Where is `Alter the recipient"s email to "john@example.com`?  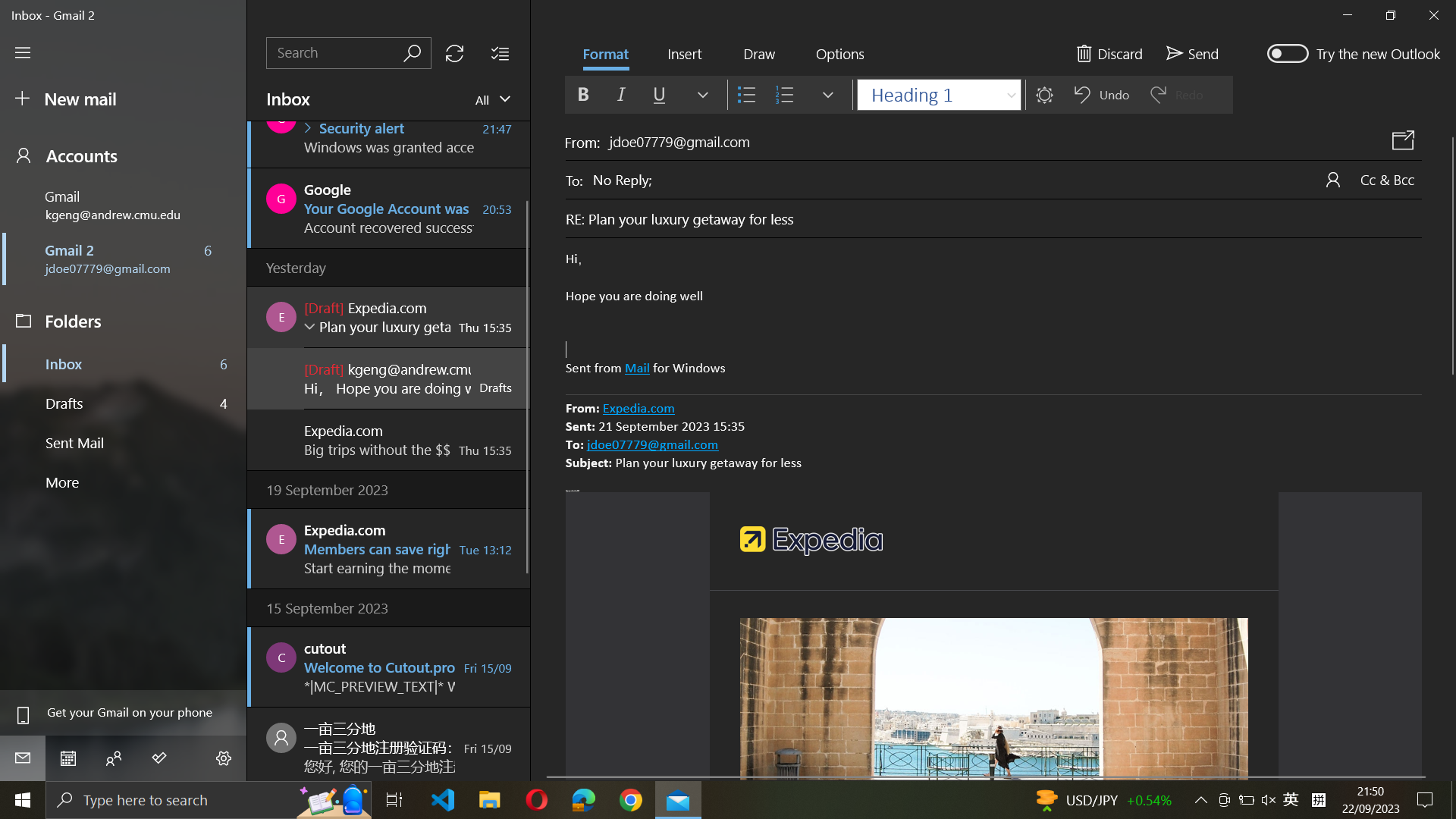 Alter the recipient"s email to "john@example.com is located at coordinates (1007, 177).